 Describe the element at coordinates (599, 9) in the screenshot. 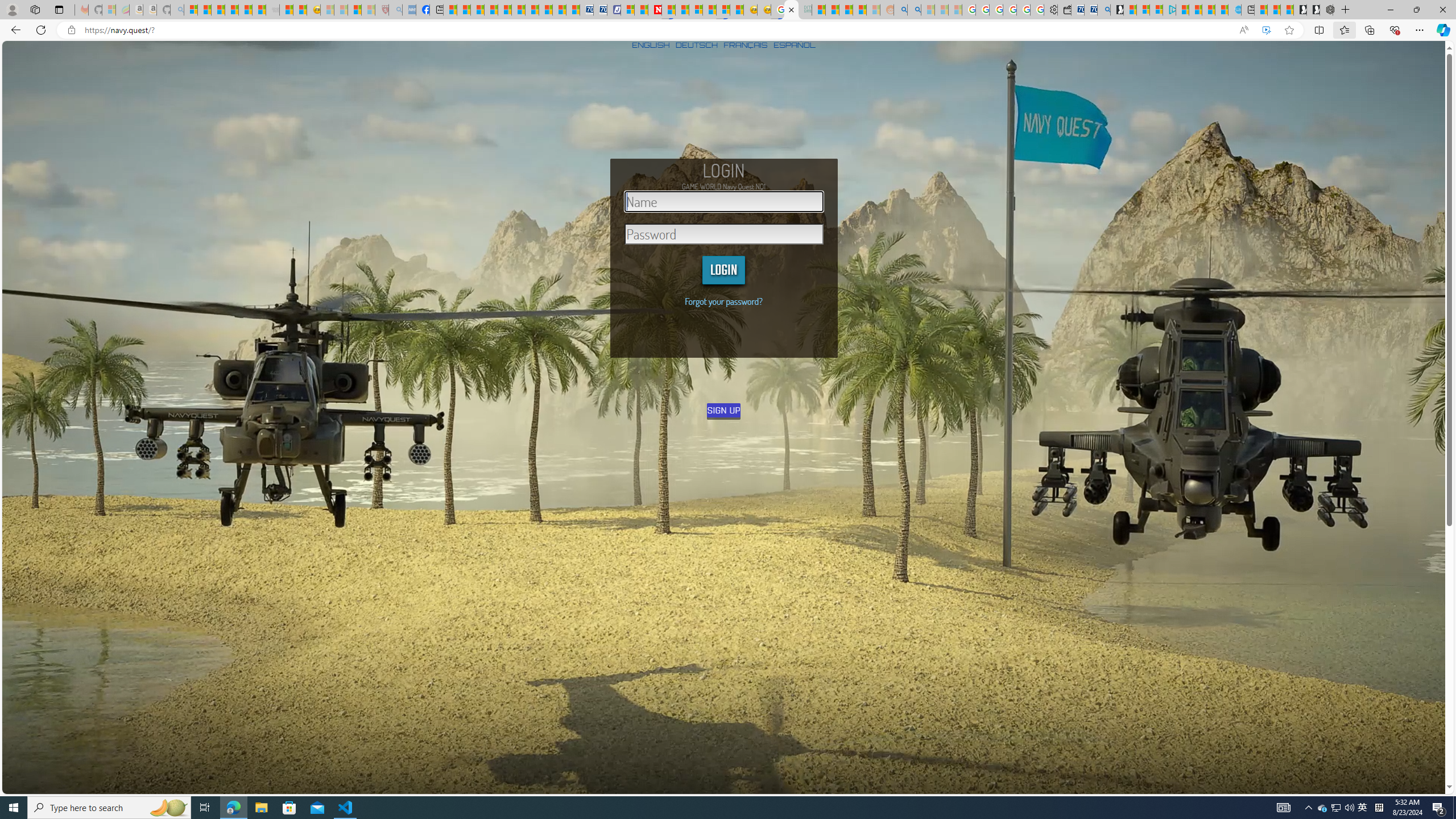

I see `'Cheap Hotels - Save70.com'` at that location.